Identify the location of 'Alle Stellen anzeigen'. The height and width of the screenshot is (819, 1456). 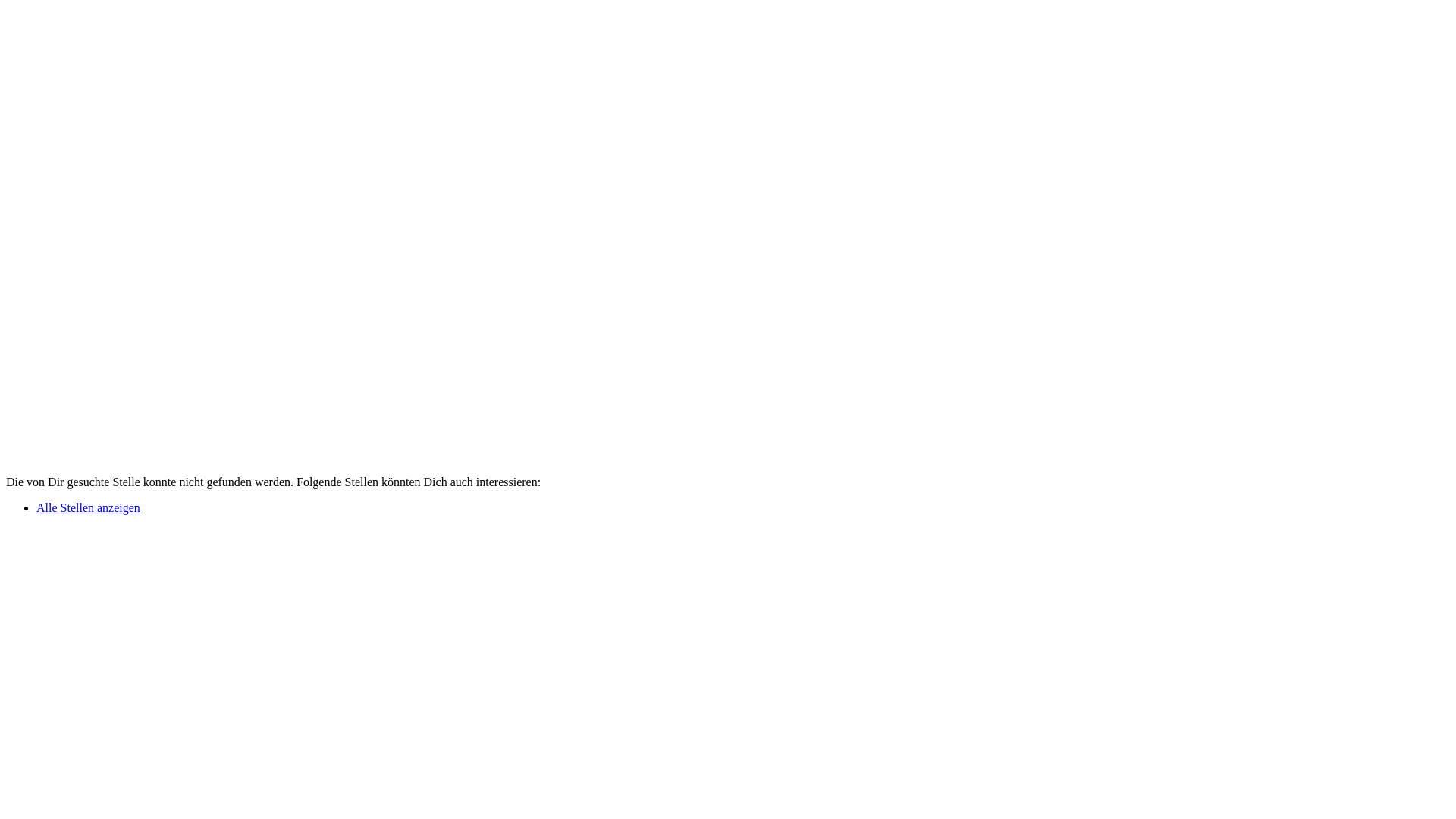
(87, 507).